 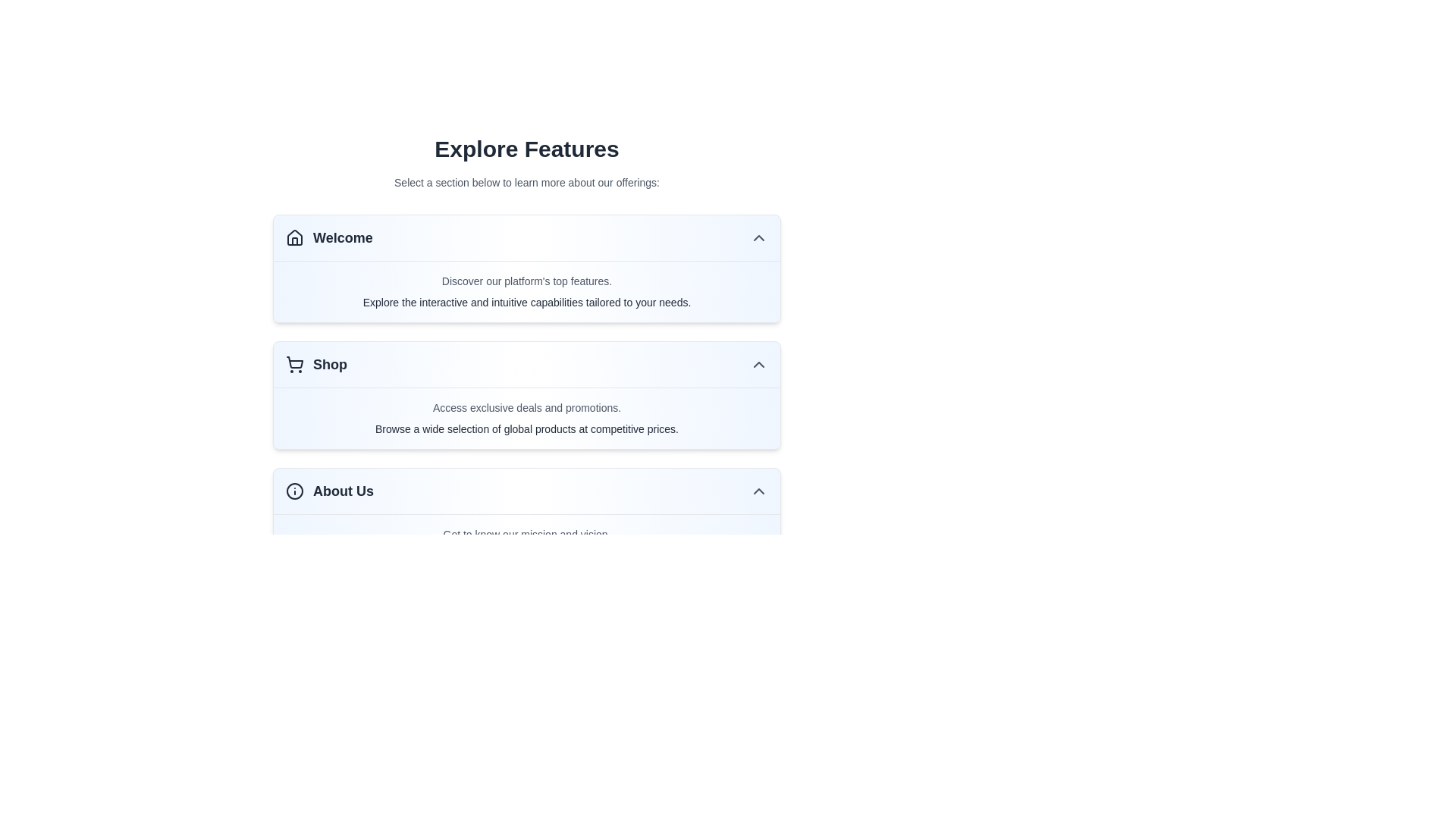 What do you see at coordinates (342, 237) in the screenshot?
I see `the 'Welcome' text label, which is a bold, large font in dark gray, located next to a house icon in the header of the 'Explore Features' page` at bounding box center [342, 237].